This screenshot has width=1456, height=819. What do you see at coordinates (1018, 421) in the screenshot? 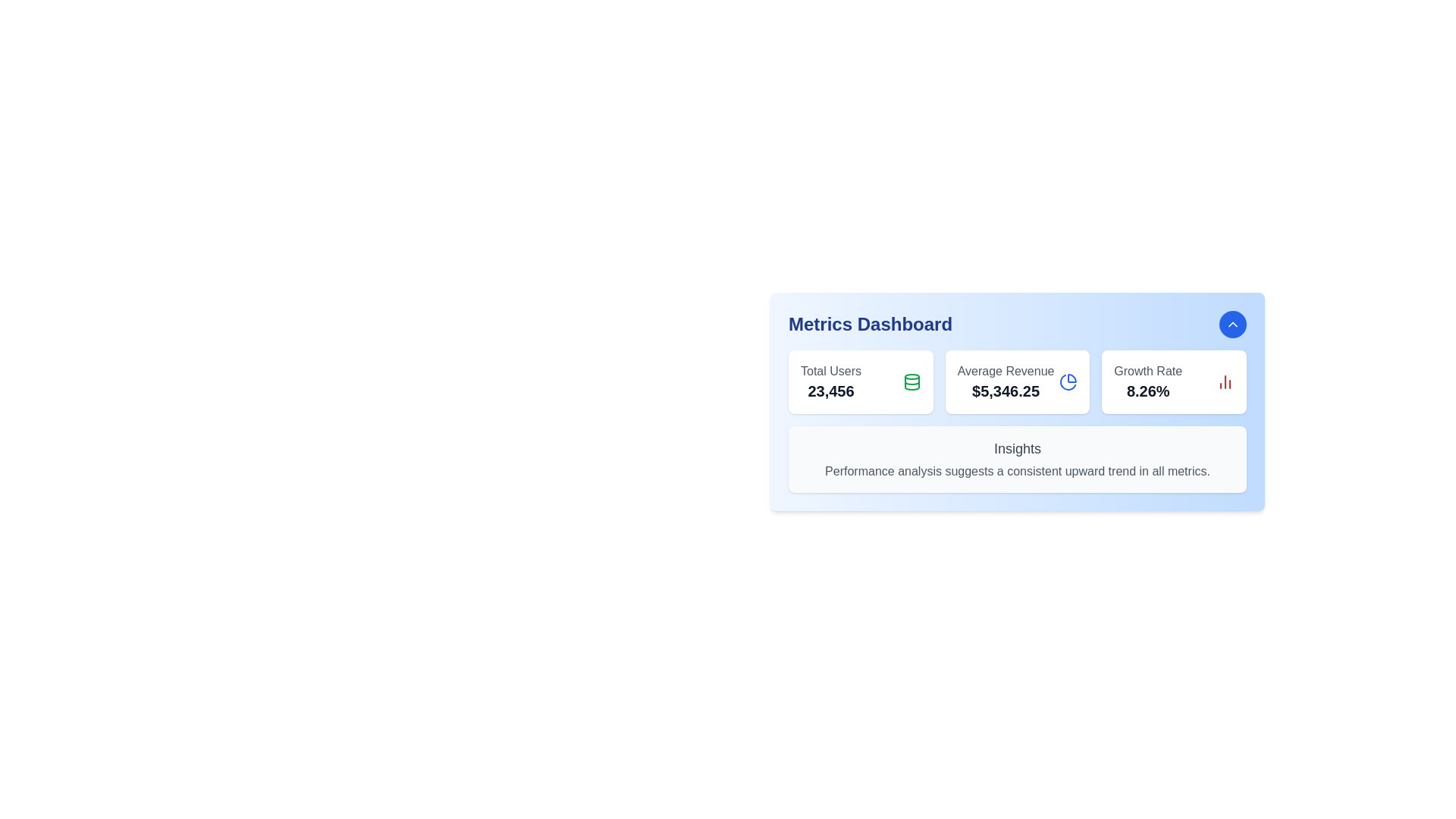
I see `insights text from the central card containing key statistics and insights in the 'Metrics Dashboard.'` at bounding box center [1018, 421].